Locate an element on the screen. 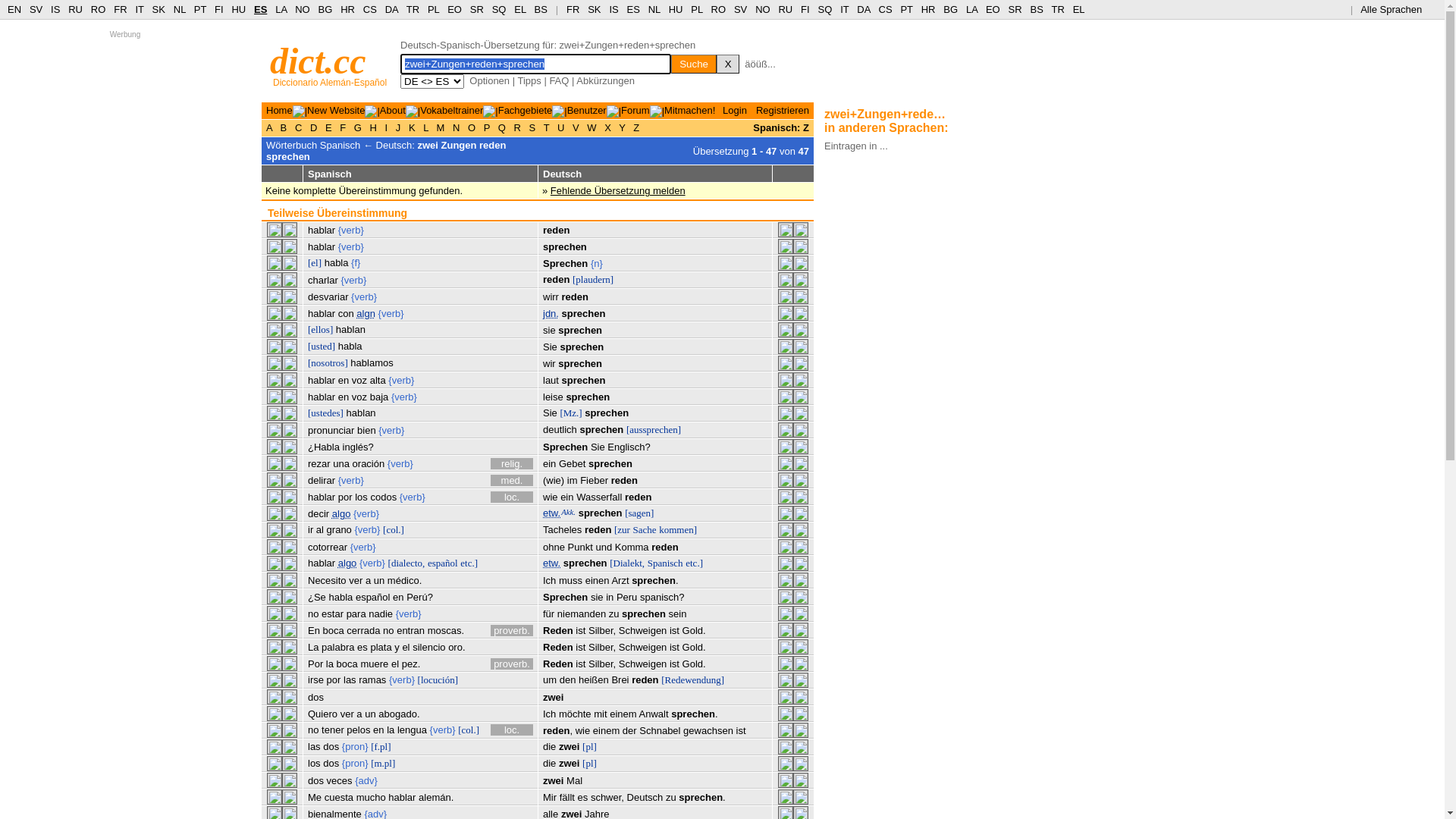 This screenshot has height=819, width=1456. 'algn' is located at coordinates (366, 312).